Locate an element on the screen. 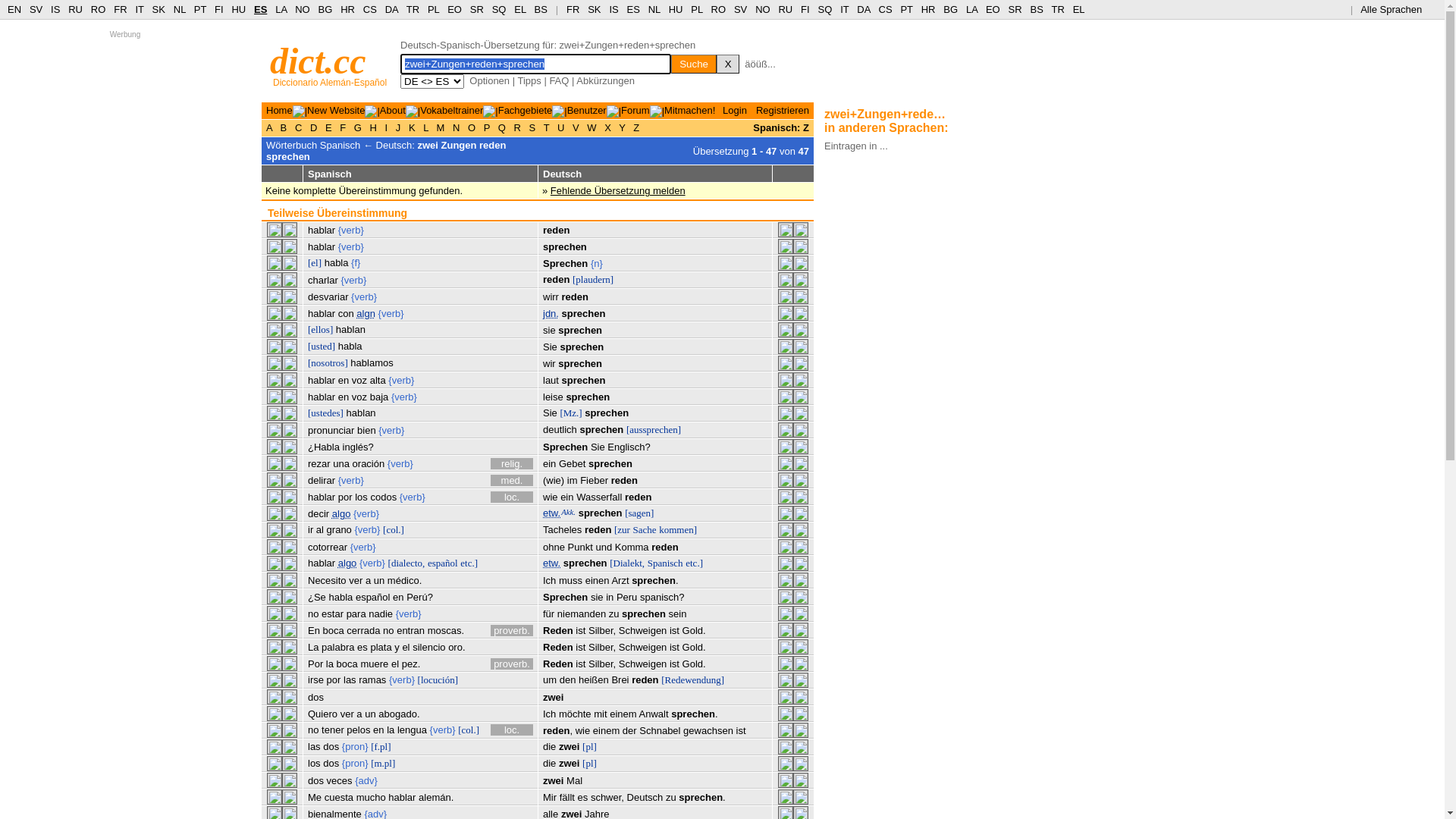 This screenshot has height=819, width=1456. 'algn' is located at coordinates (366, 312).